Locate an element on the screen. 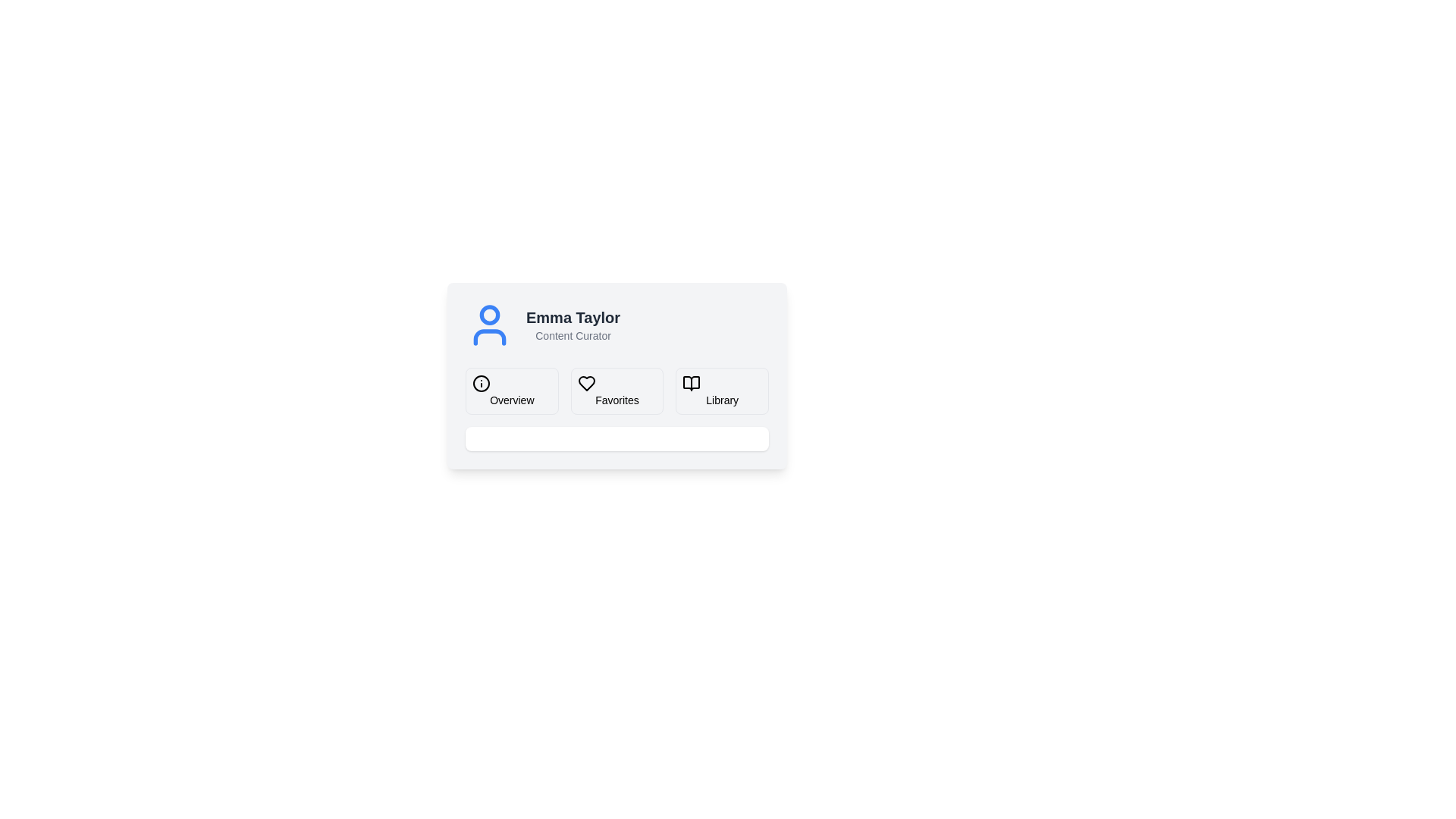  the circular dot located at the top center of the user profile avatar icon, which is visually distinct due to its filled styling is located at coordinates (490, 314).